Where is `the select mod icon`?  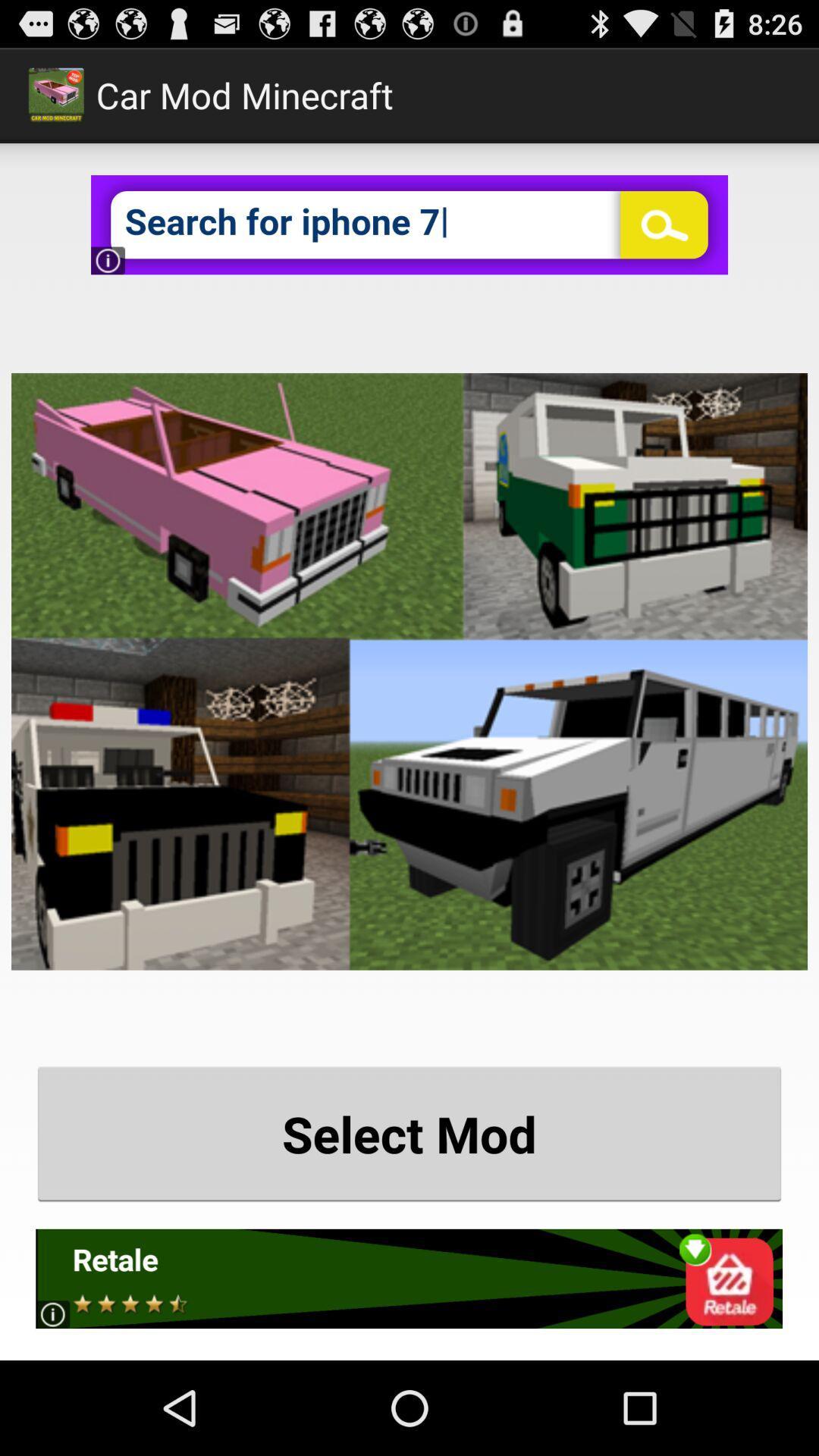 the select mod icon is located at coordinates (409, 1134).